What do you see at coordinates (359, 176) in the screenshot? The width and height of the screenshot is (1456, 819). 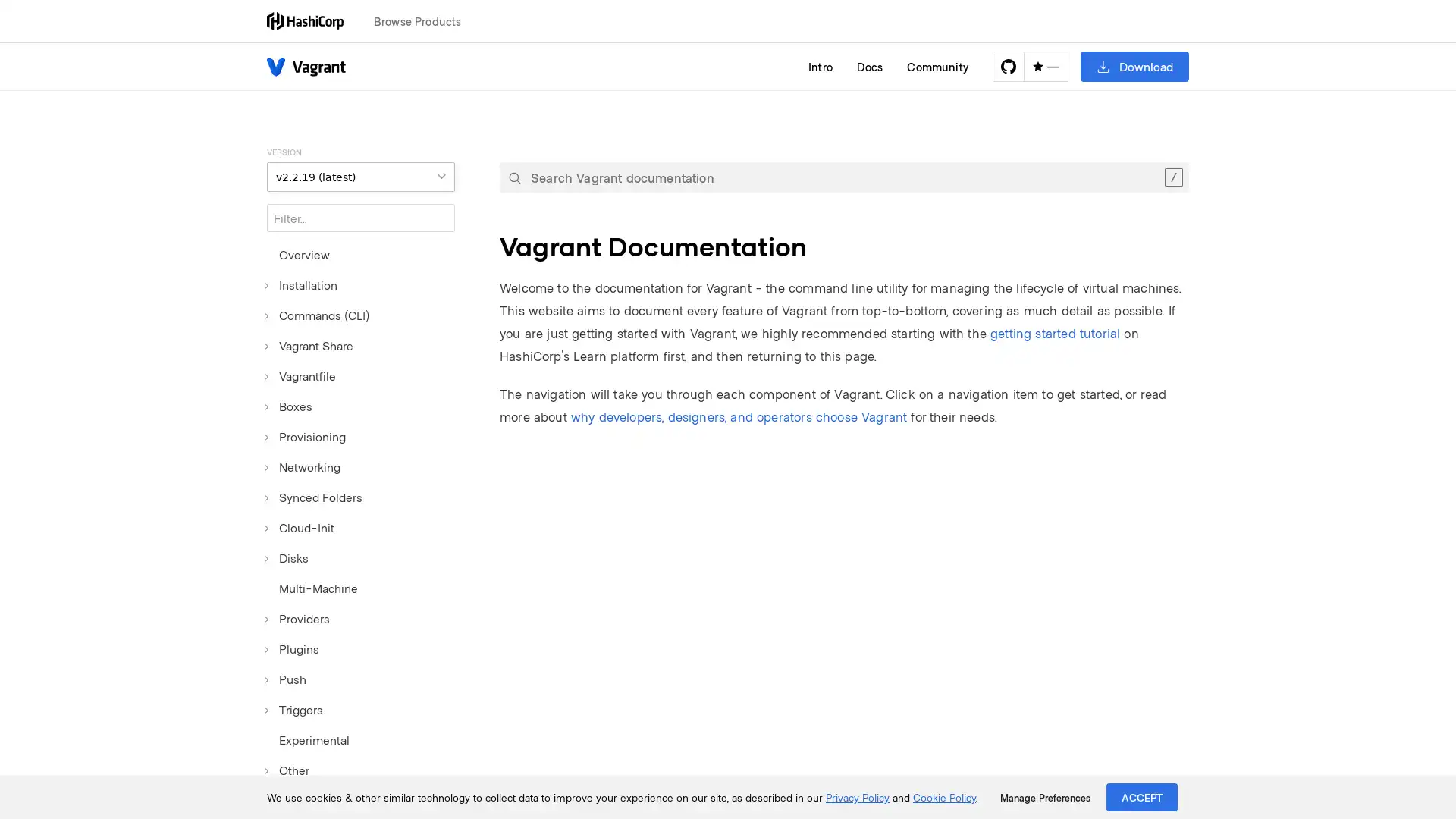 I see `VERSION` at bounding box center [359, 176].